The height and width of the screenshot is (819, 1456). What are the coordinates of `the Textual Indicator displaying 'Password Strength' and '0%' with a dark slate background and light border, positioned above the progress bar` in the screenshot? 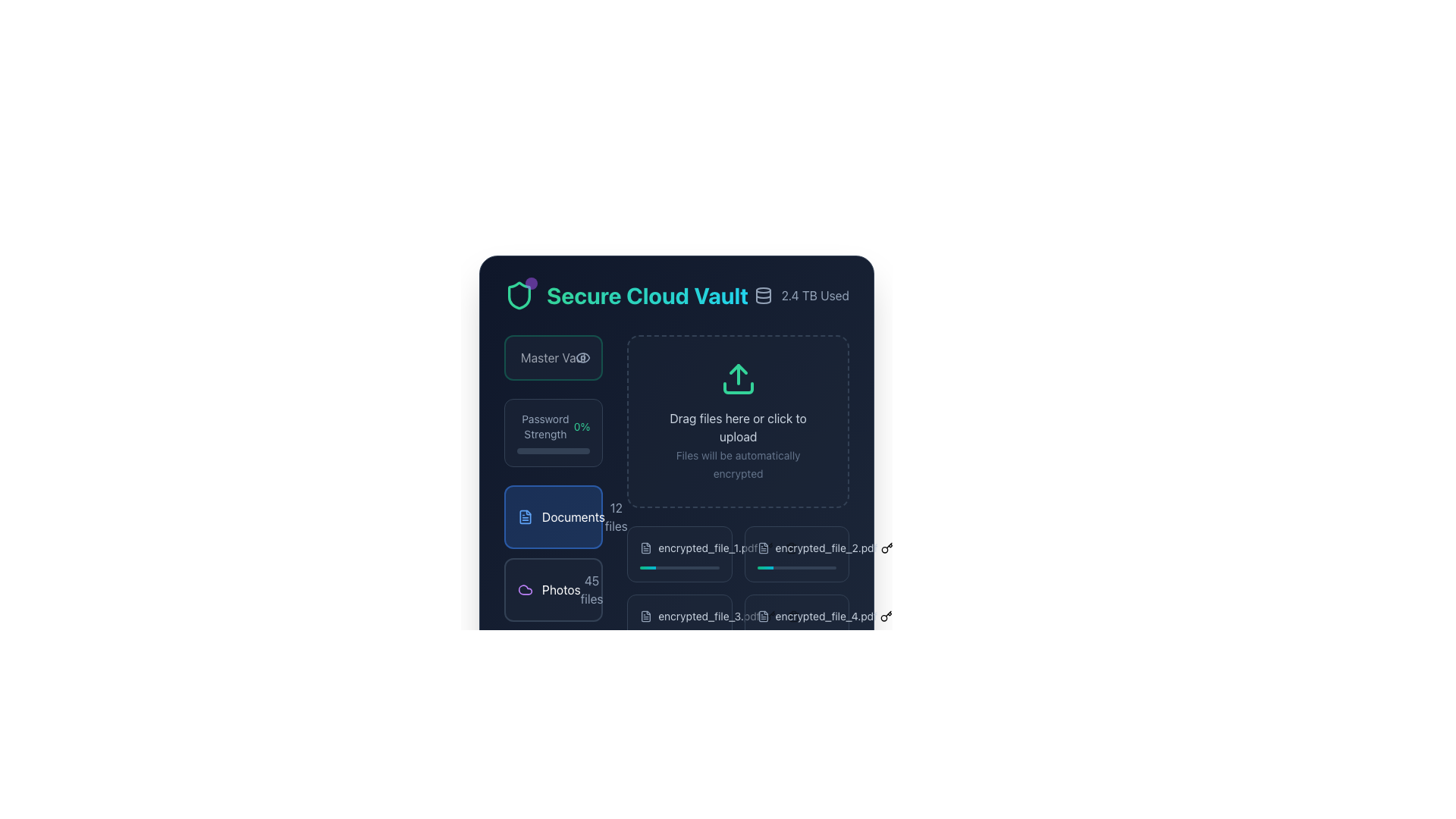 It's located at (553, 427).